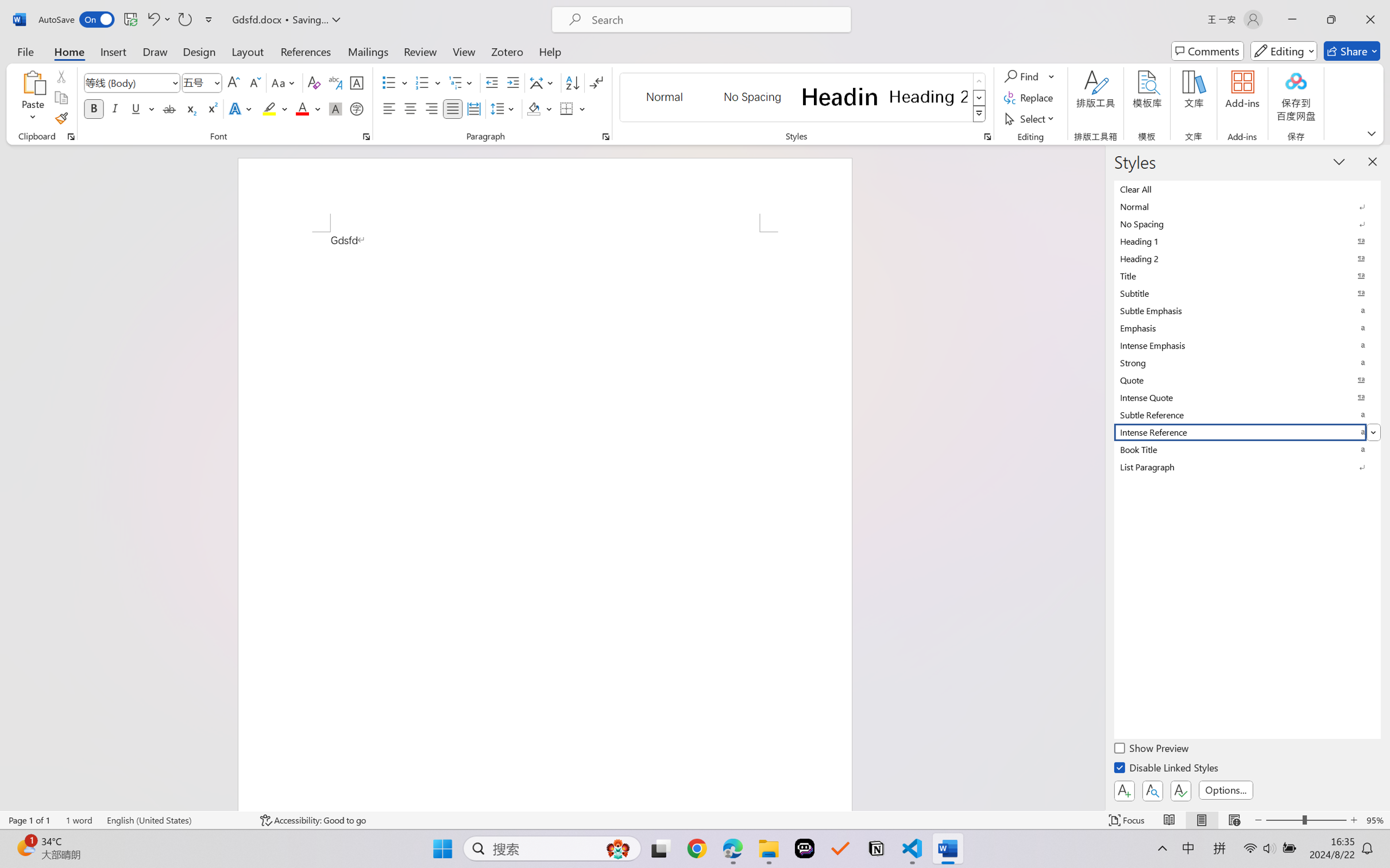  What do you see at coordinates (978, 114) in the screenshot?
I see `'Styles'` at bounding box center [978, 114].